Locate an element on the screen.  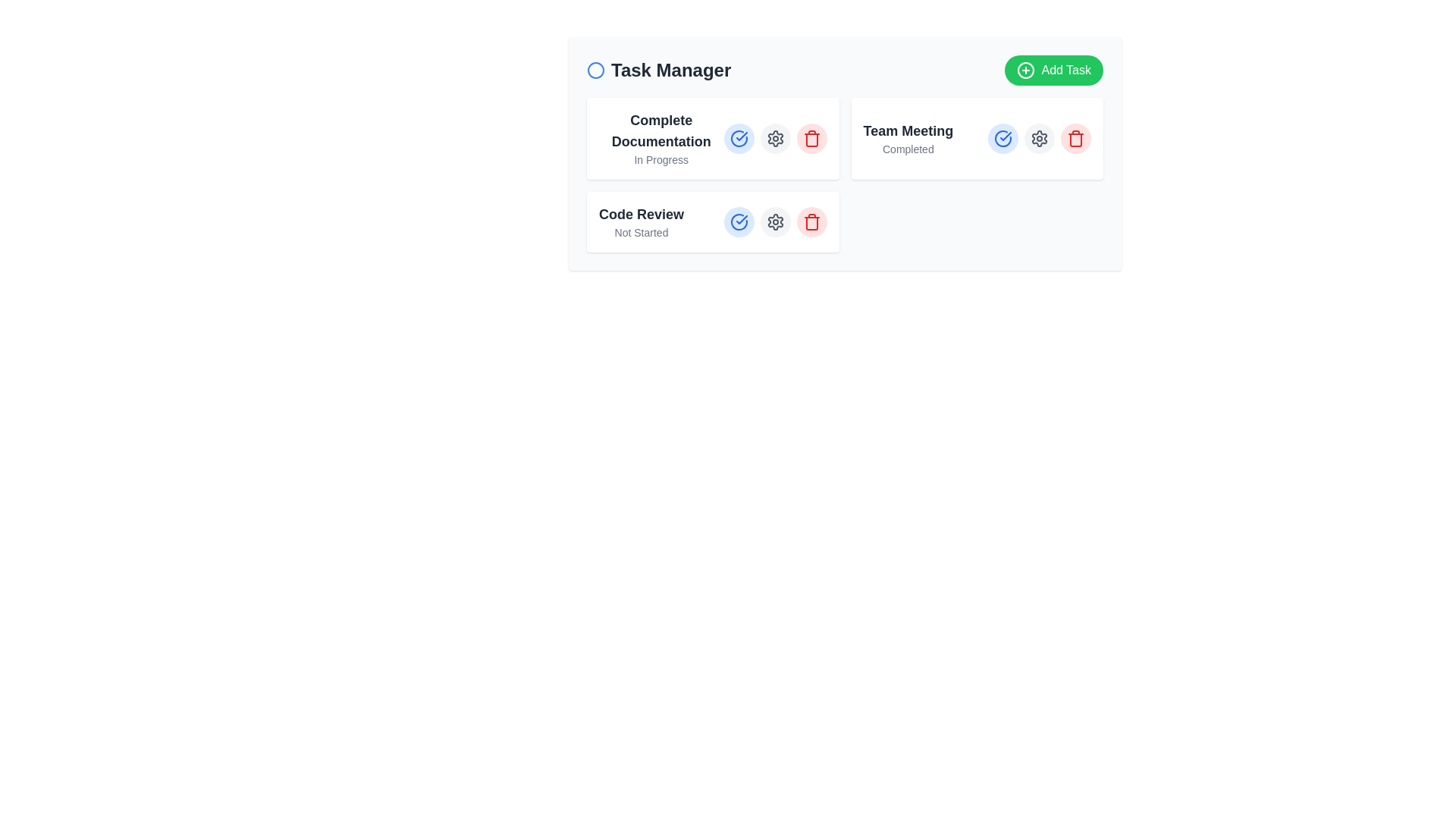
text information displayed in the text block labeled 'Complete Documentation' with the status 'In Progress' in the top-left task block of the Task Manager interface is located at coordinates (661, 138).